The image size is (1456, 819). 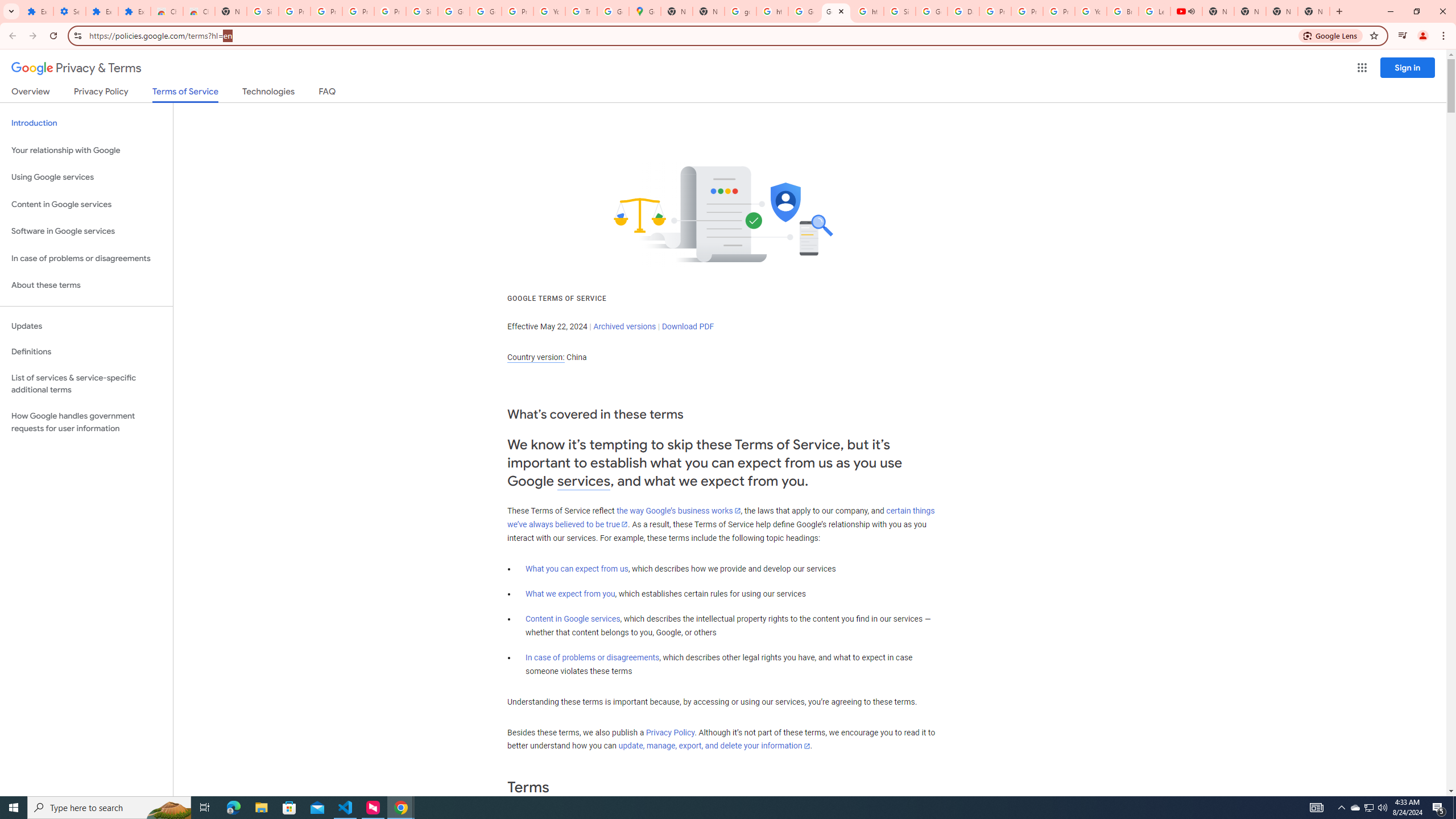 I want to click on 'Extensions', so click(x=134, y=11).